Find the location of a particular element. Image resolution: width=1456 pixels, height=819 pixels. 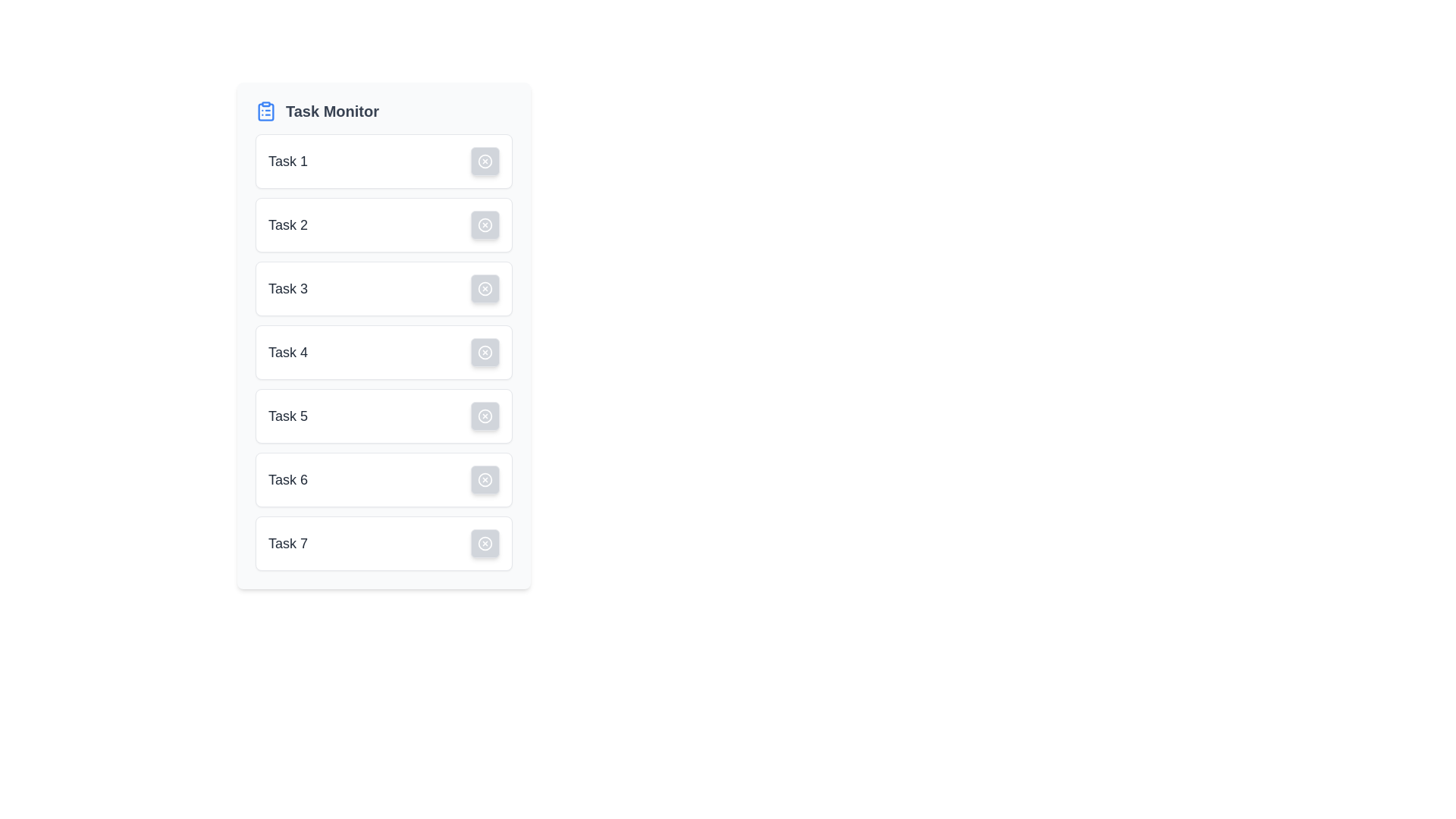

the circular icon/button for Task 6 in the task list panel, located at the end of the row, aligned to the right is located at coordinates (484, 479).